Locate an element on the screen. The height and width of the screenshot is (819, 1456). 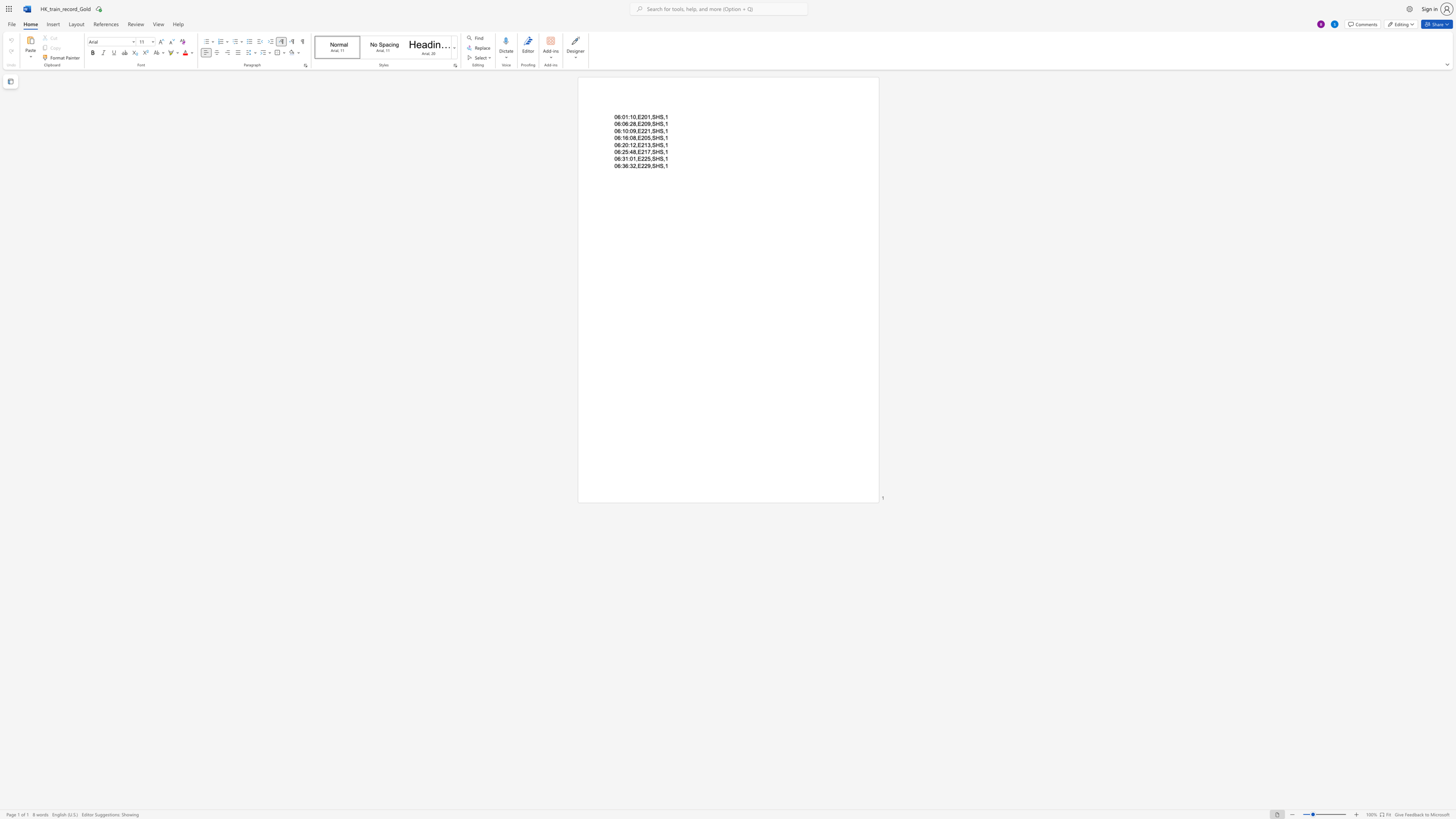
the 1th character ":" in the text is located at coordinates (621, 151).